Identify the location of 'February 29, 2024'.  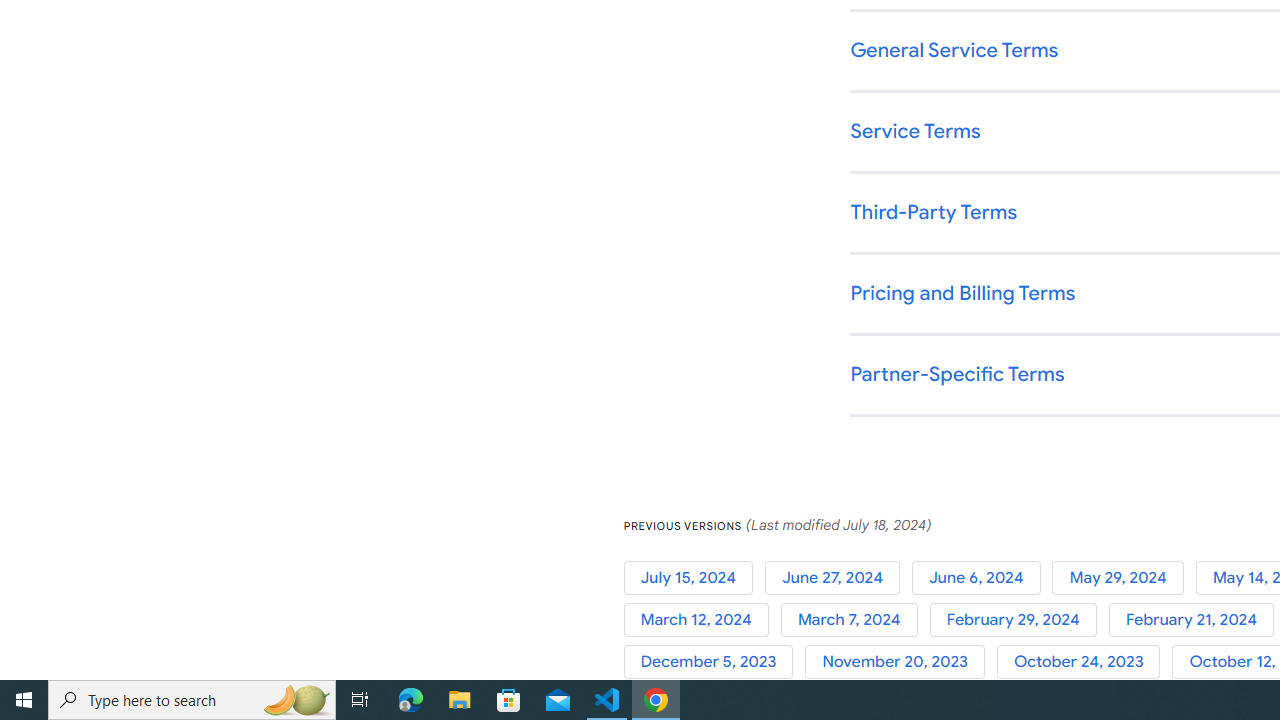
(1018, 619).